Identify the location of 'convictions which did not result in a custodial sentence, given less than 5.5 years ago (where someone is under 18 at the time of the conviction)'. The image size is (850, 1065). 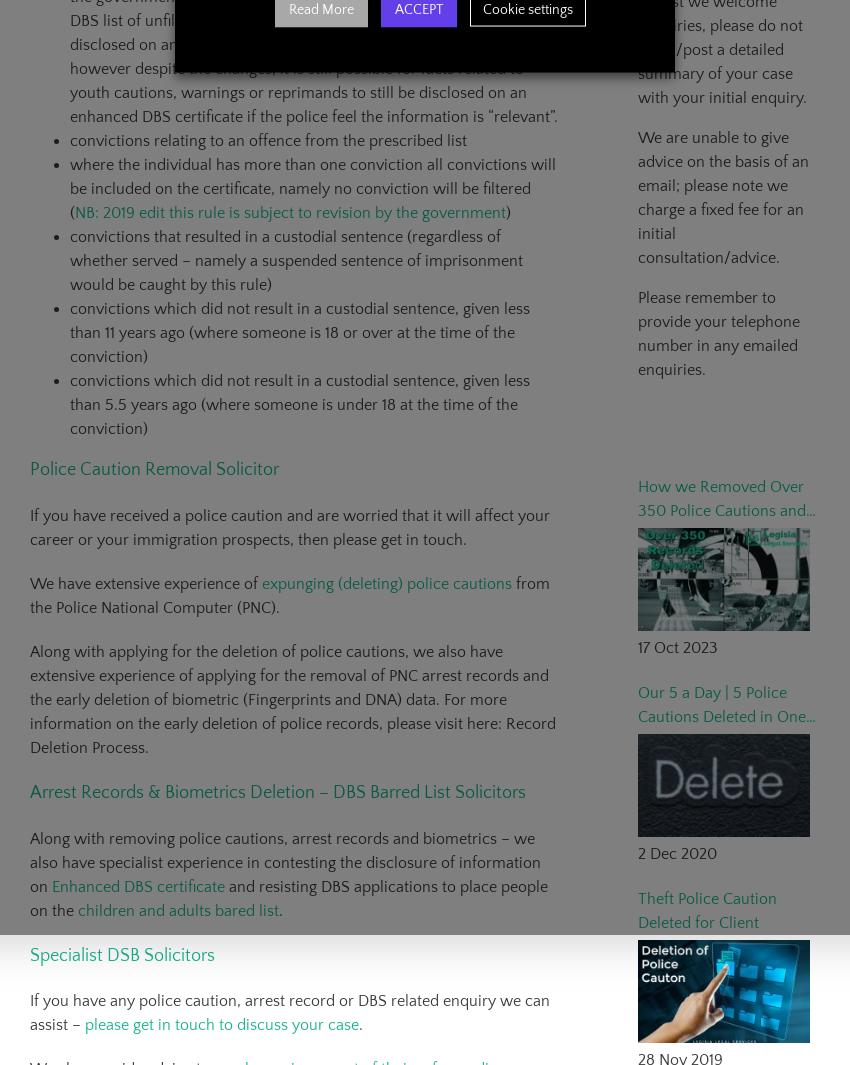
(299, 404).